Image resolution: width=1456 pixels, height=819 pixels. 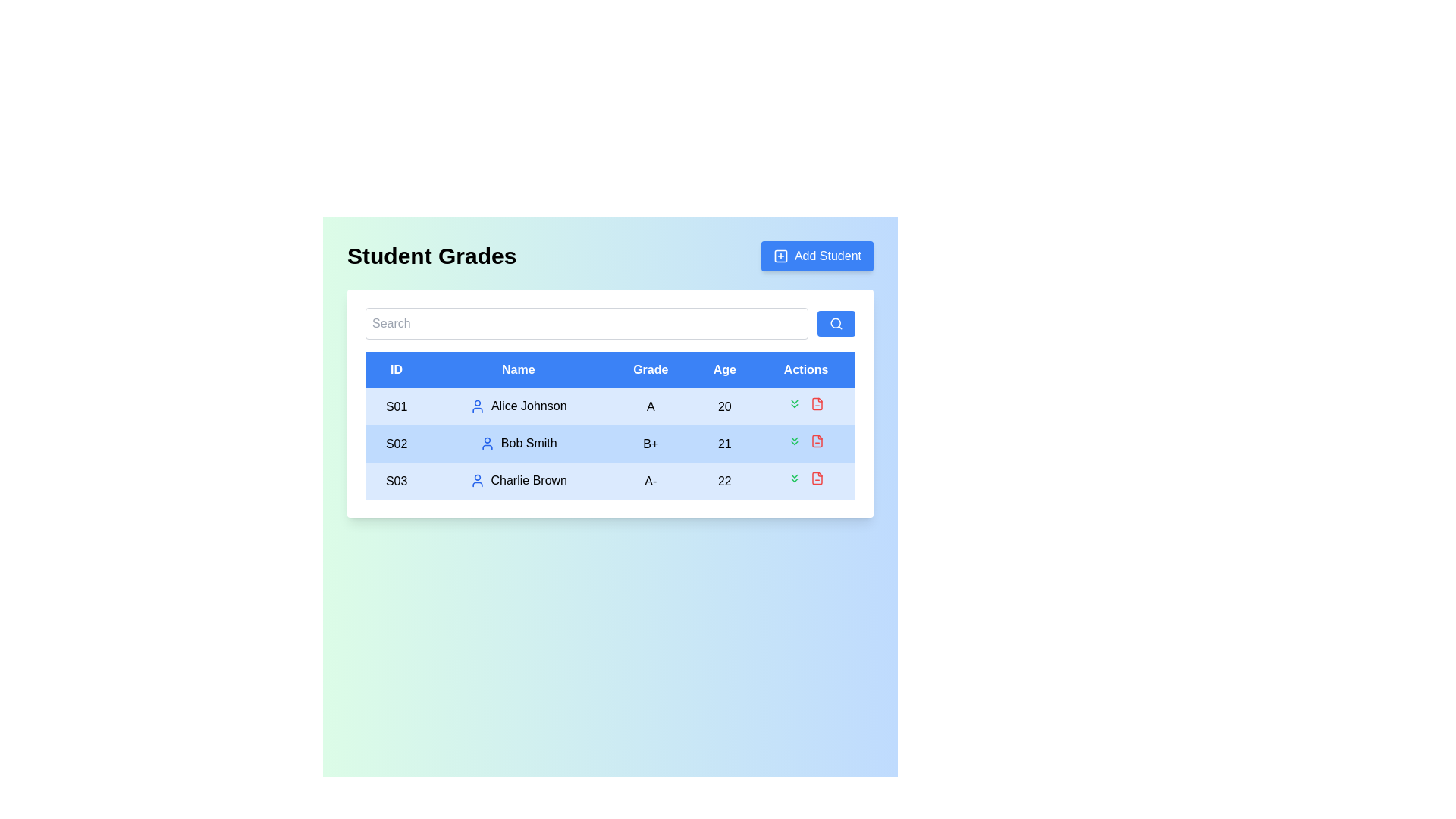 I want to click on the delete button in the 'Actions' column for 'Alice Johnson', so click(x=817, y=403).